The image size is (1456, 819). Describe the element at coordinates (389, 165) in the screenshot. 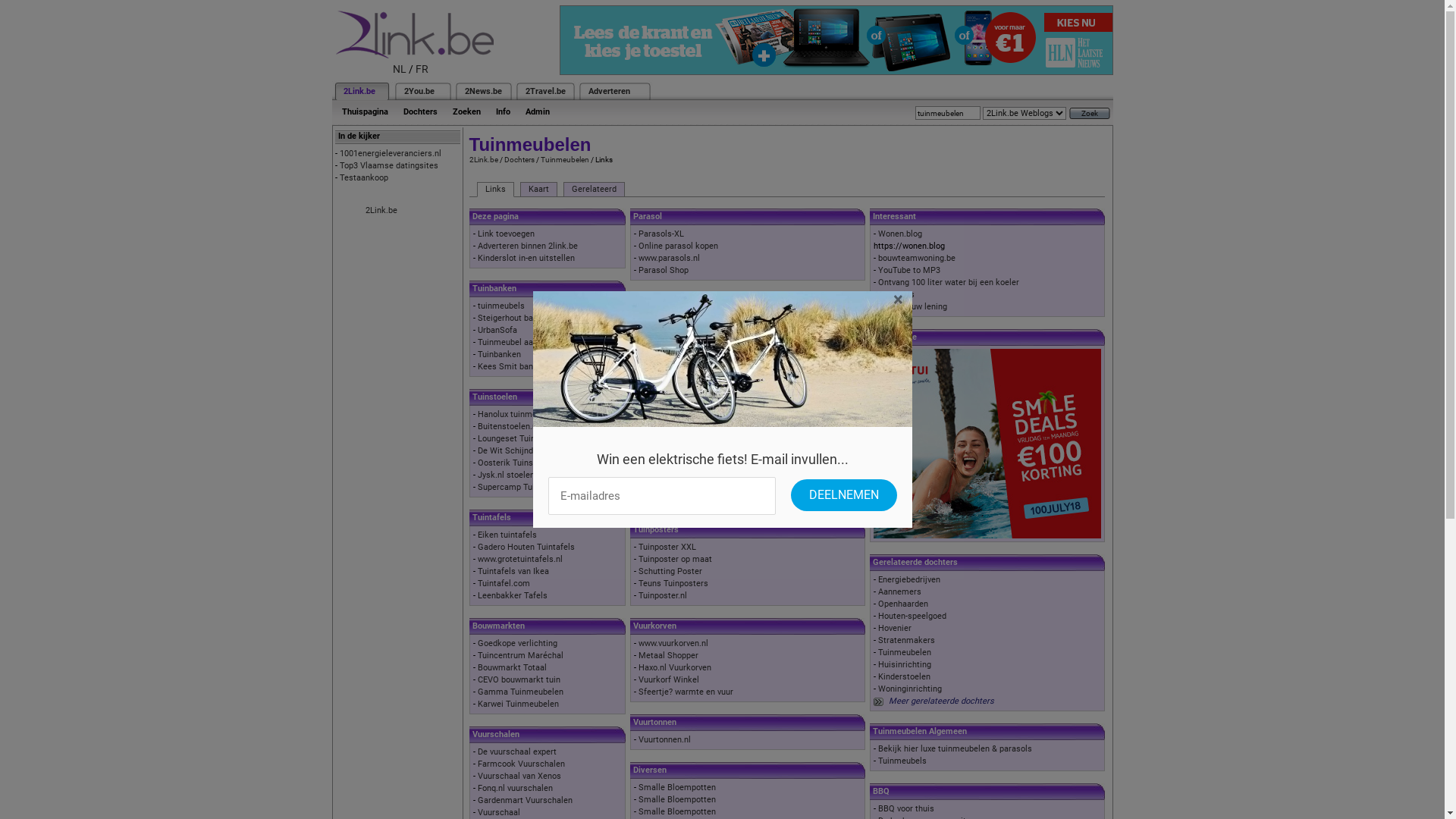

I see `'Top3 Vlaamse datingsites'` at that location.